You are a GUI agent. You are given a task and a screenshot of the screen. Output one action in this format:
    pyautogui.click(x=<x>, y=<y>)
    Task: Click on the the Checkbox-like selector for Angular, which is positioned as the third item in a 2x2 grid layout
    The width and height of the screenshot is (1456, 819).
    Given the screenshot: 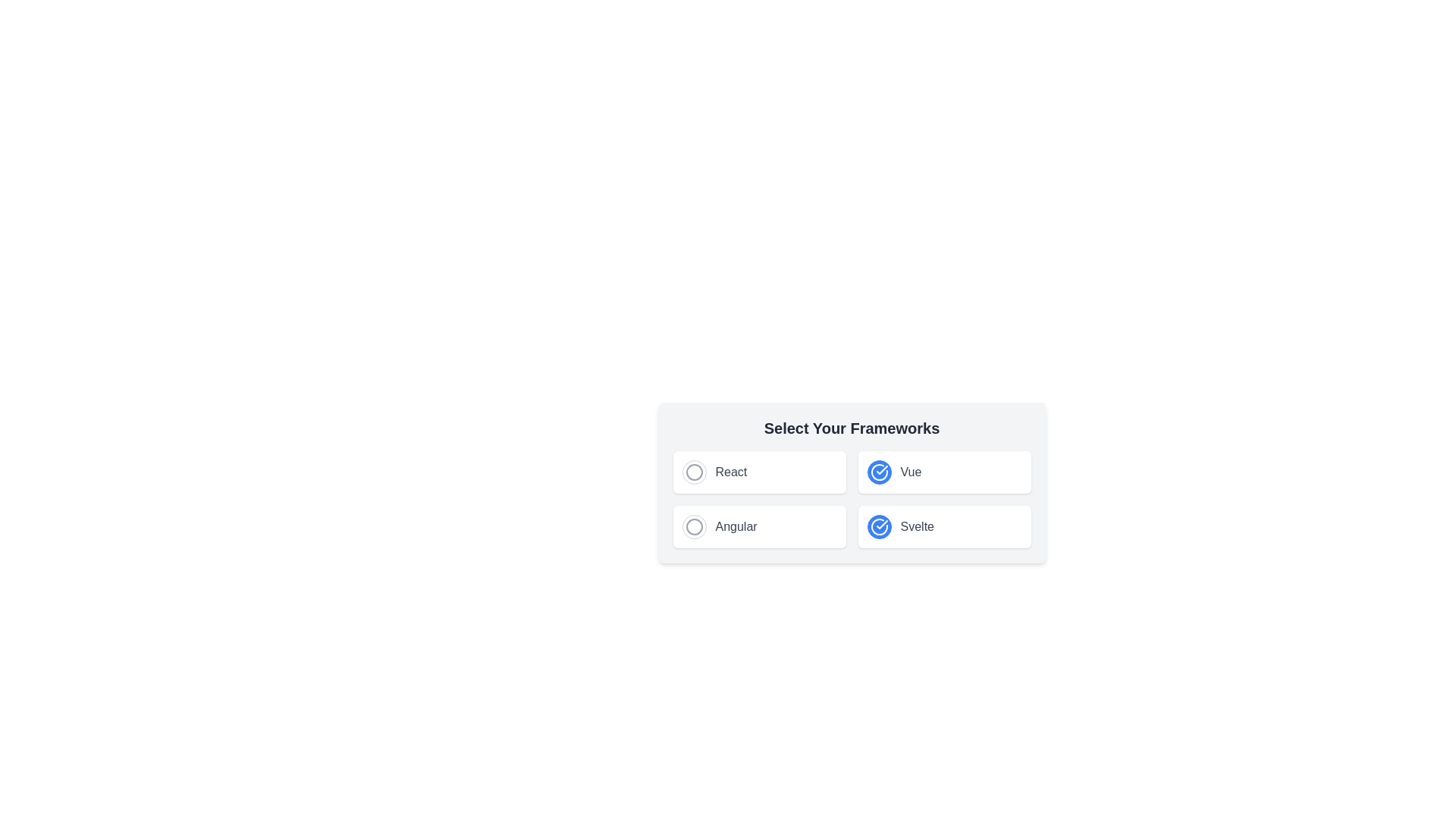 What is the action you would take?
    pyautogui.click(x=759, y=526)
    